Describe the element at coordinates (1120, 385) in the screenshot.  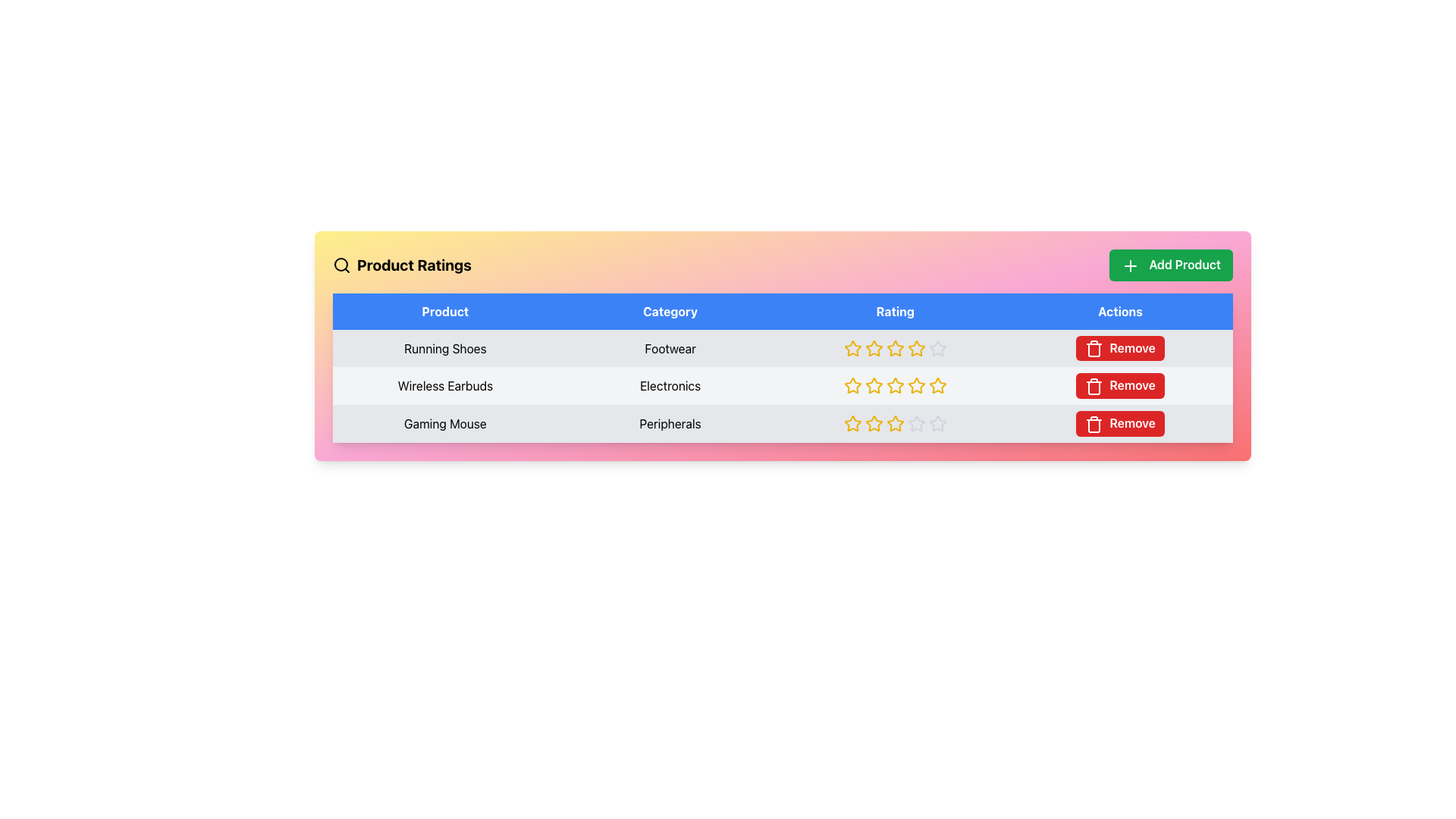
I see `the remove button located in the second row under the 'Actions' column` at that location.